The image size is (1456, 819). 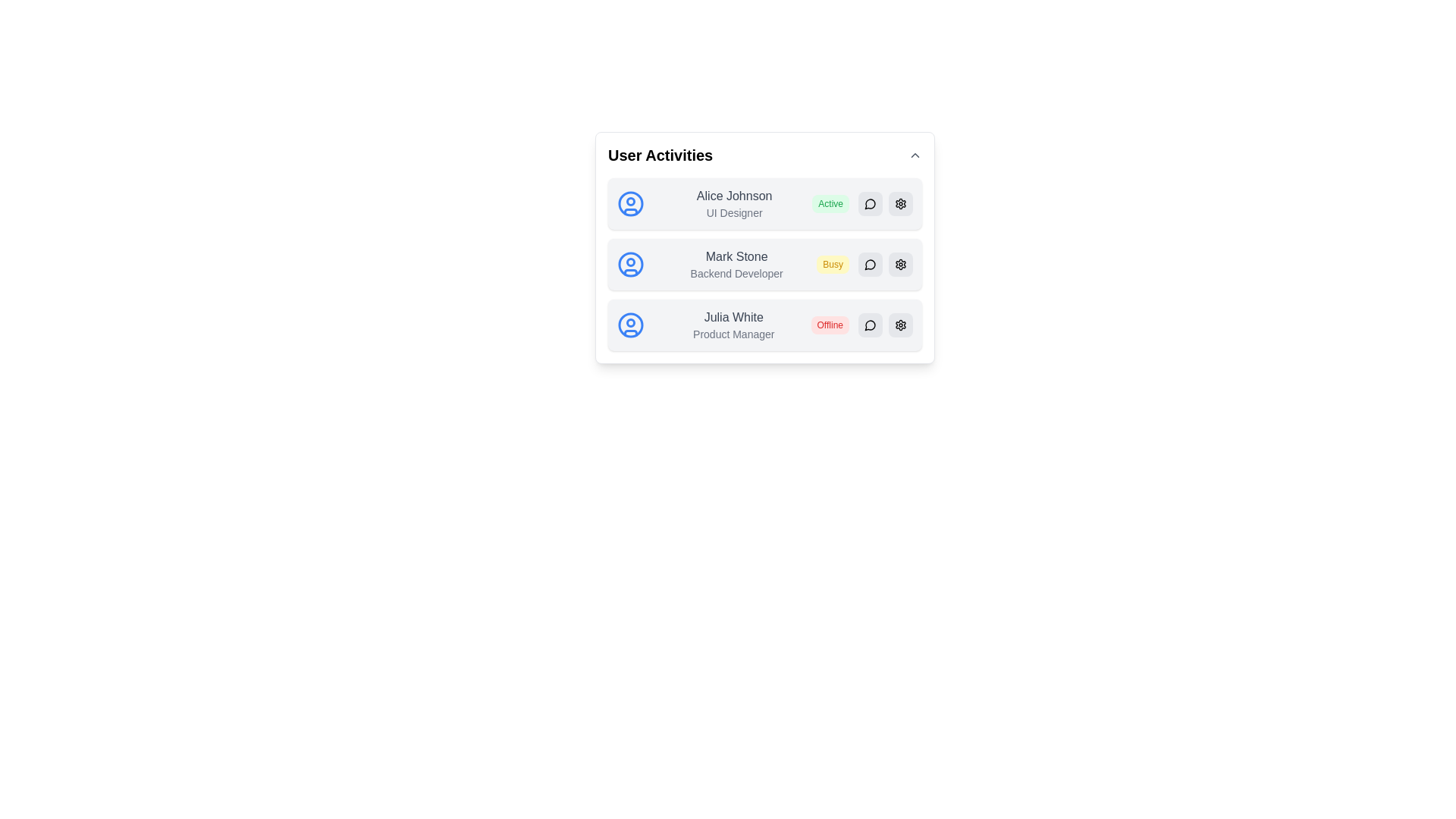 What do you see at coordinates (901, 324) in the screenshot?
I see `the settings gear icon located to the far right of the user ‘Mark Stone’ interface` at bounding box center [901, 324].